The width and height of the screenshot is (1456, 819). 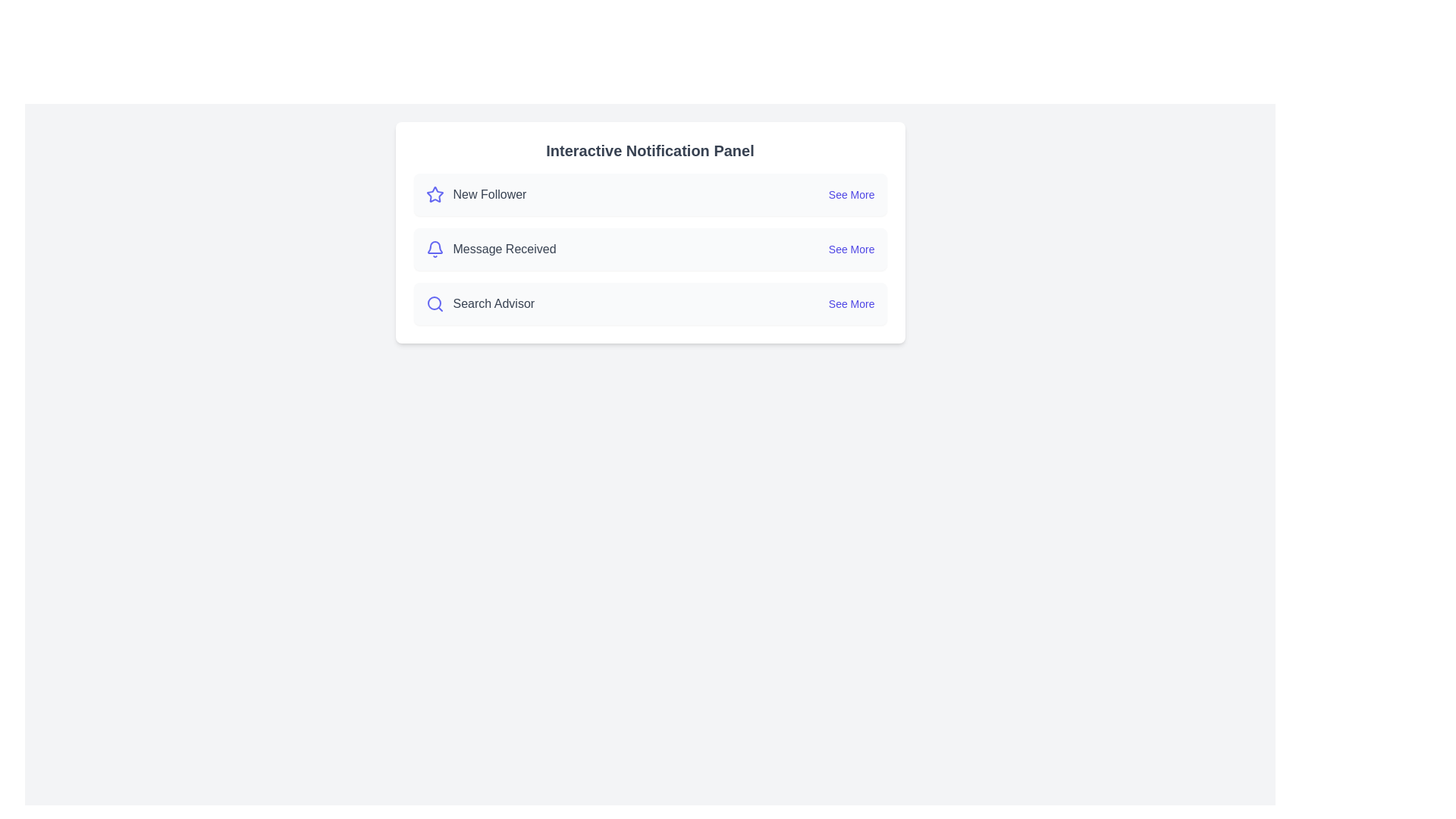 I want to click on the first notification entry indicating a new follower, which contains an interactive 'See More' link, so click(x=650, y=194).